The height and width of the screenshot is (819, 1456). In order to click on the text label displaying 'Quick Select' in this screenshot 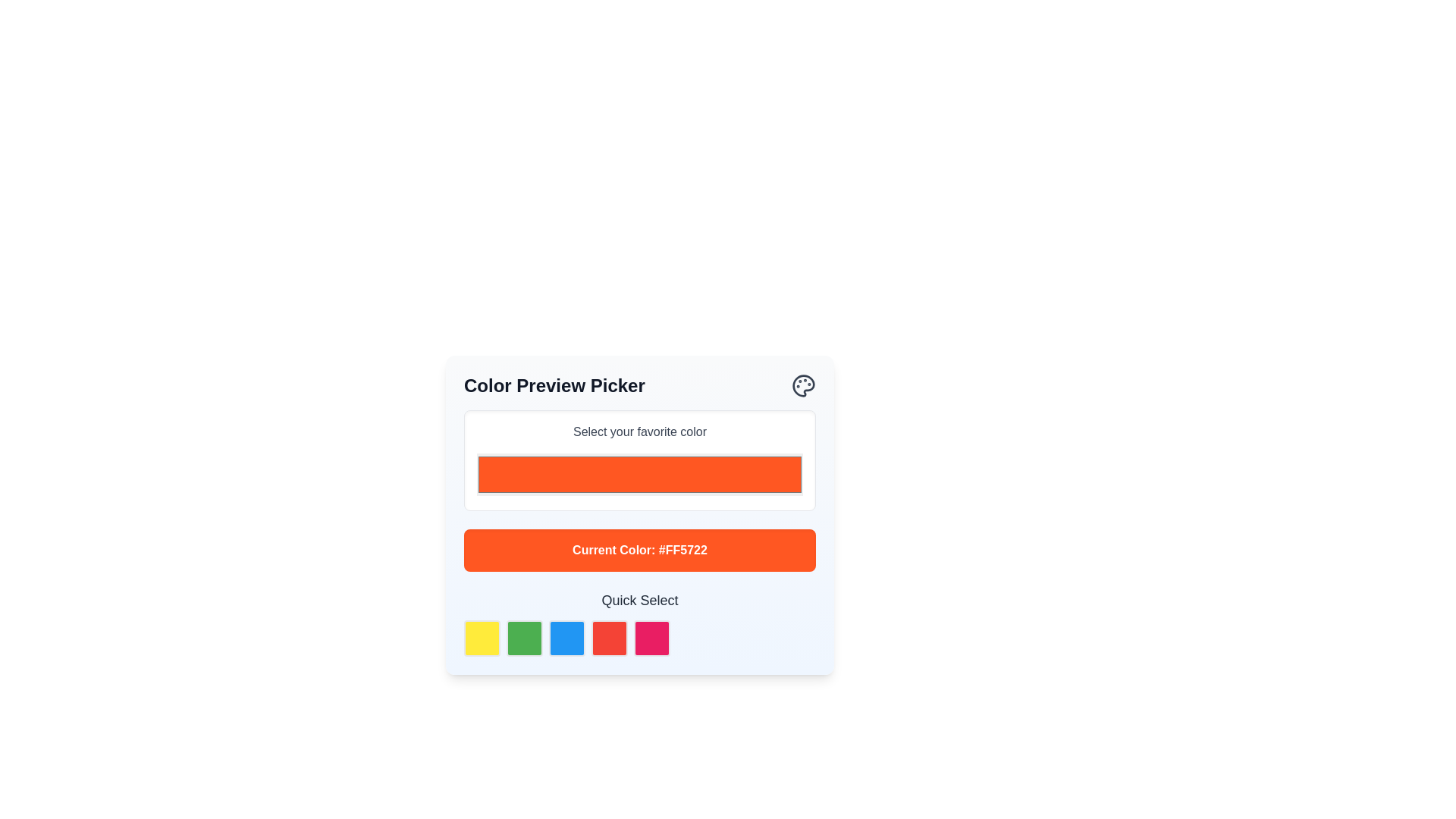, I will do `click(640, 599)`.